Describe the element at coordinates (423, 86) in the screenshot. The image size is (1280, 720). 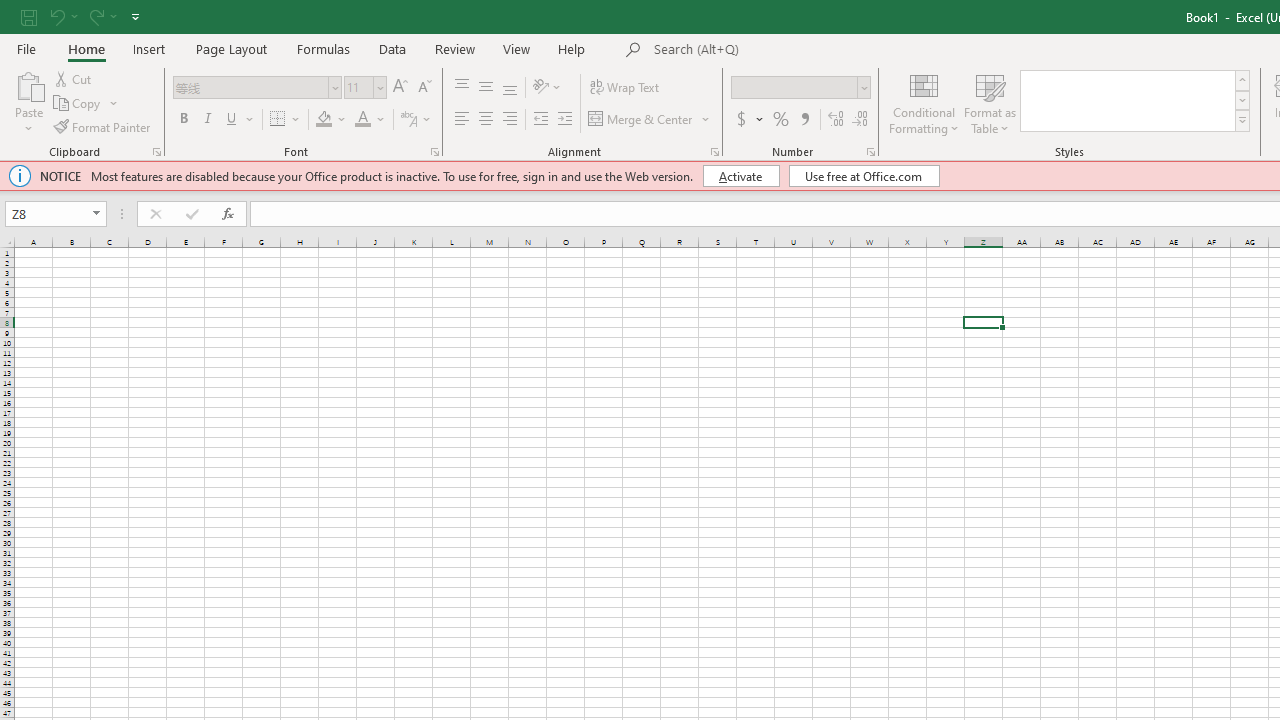
I see `'Decrease Font Size'` at that location.